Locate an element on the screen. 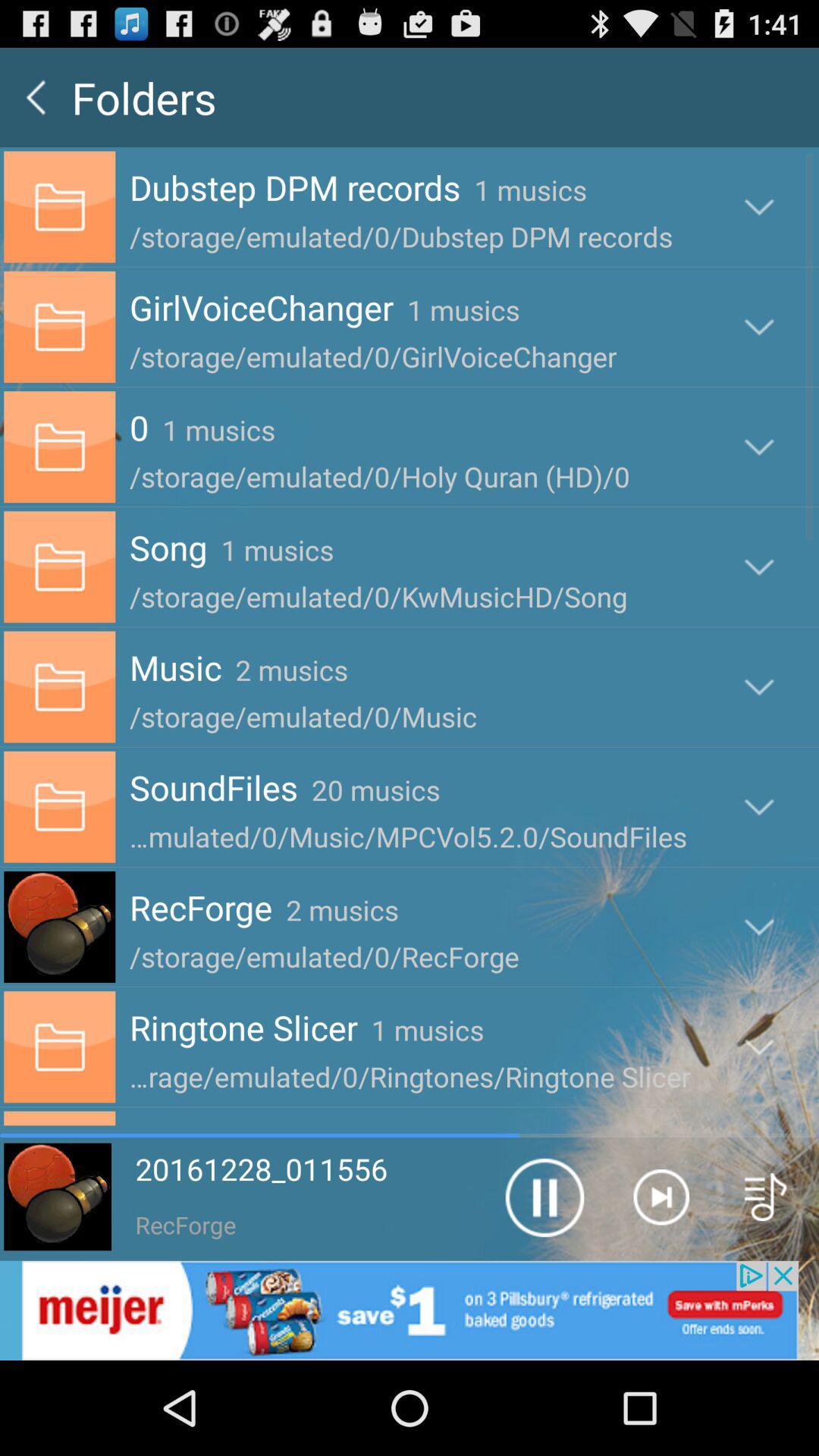 The image size is (819, 1456). the arrow_backward icon is located at coordinates (35, 103).